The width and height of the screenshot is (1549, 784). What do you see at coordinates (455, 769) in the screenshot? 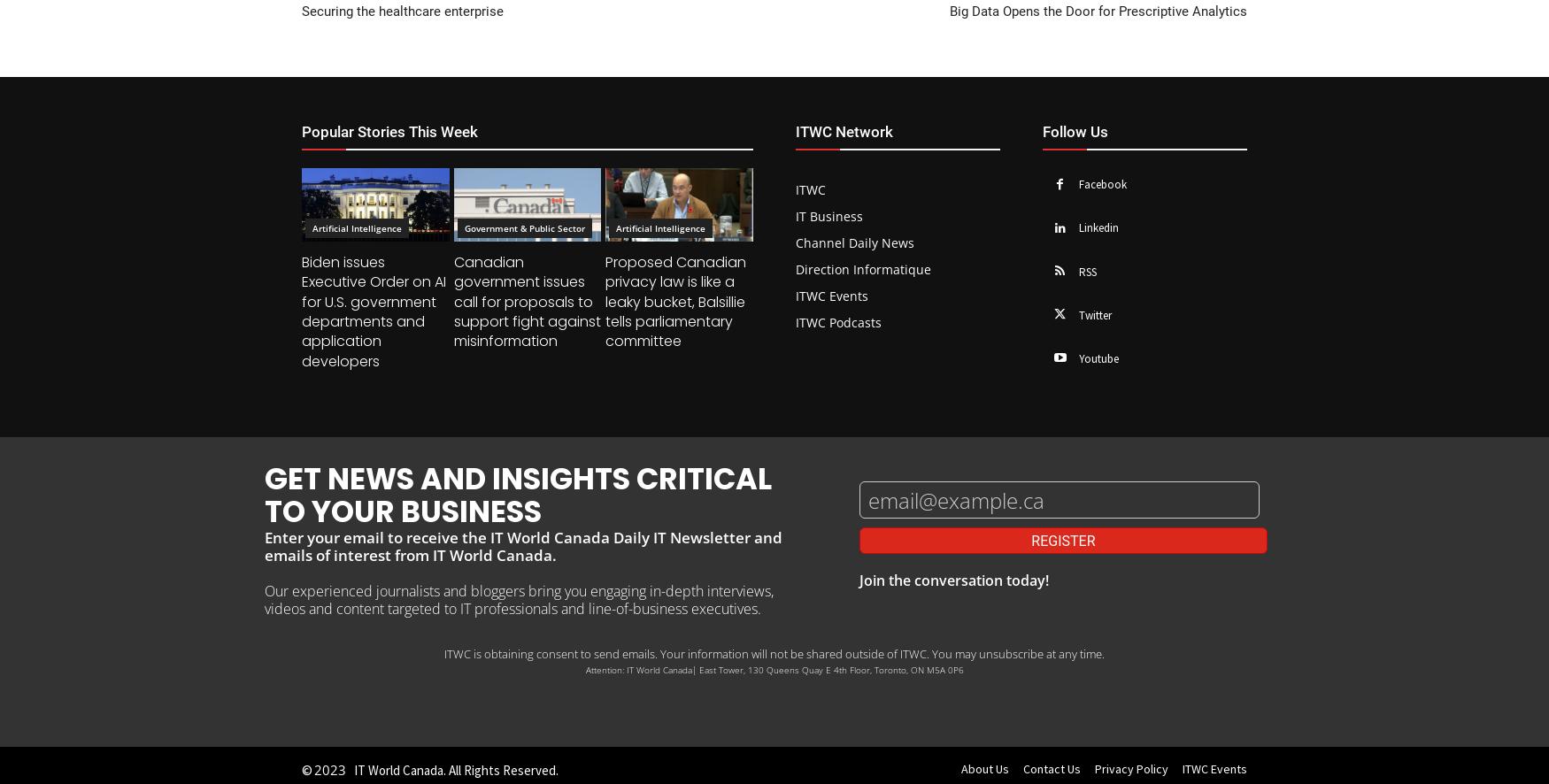
I see `'IT World Canada. All Rights Reserved.'` at bounding box center [455, 769].